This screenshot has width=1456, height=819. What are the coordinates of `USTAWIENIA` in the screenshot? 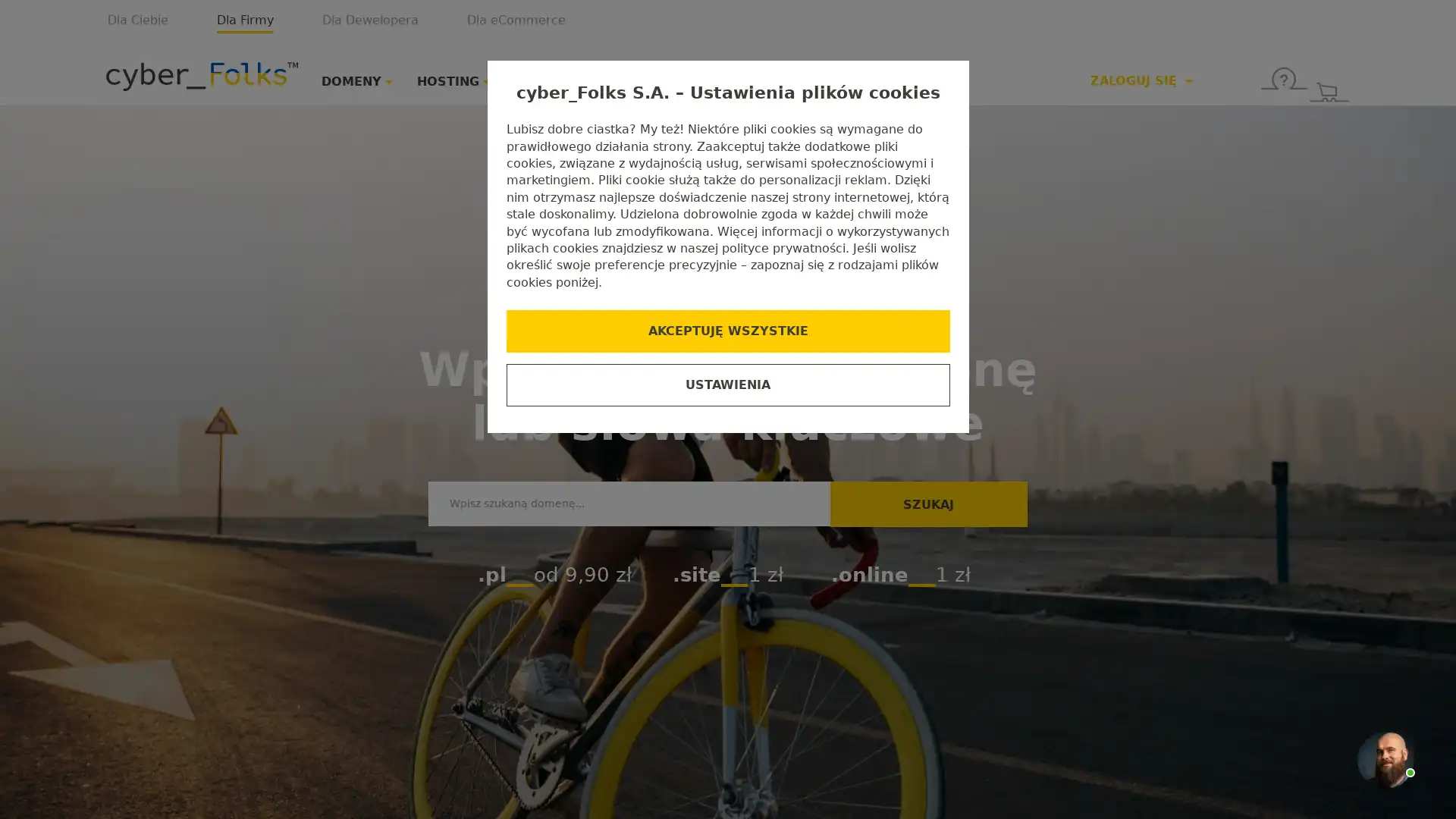 It's located at (726, 384).